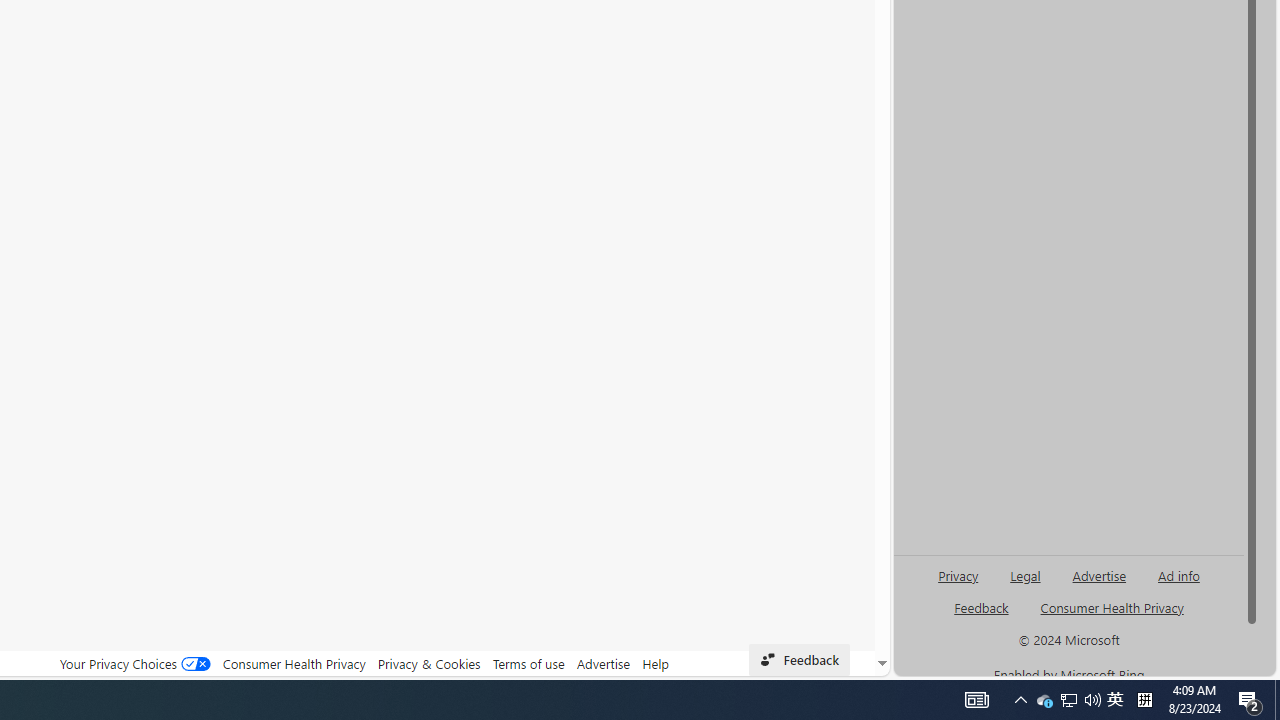 The height and width of the screenshot is (720, 1280). I want to click on 'Privacy & Cookies', so click(428, 663).